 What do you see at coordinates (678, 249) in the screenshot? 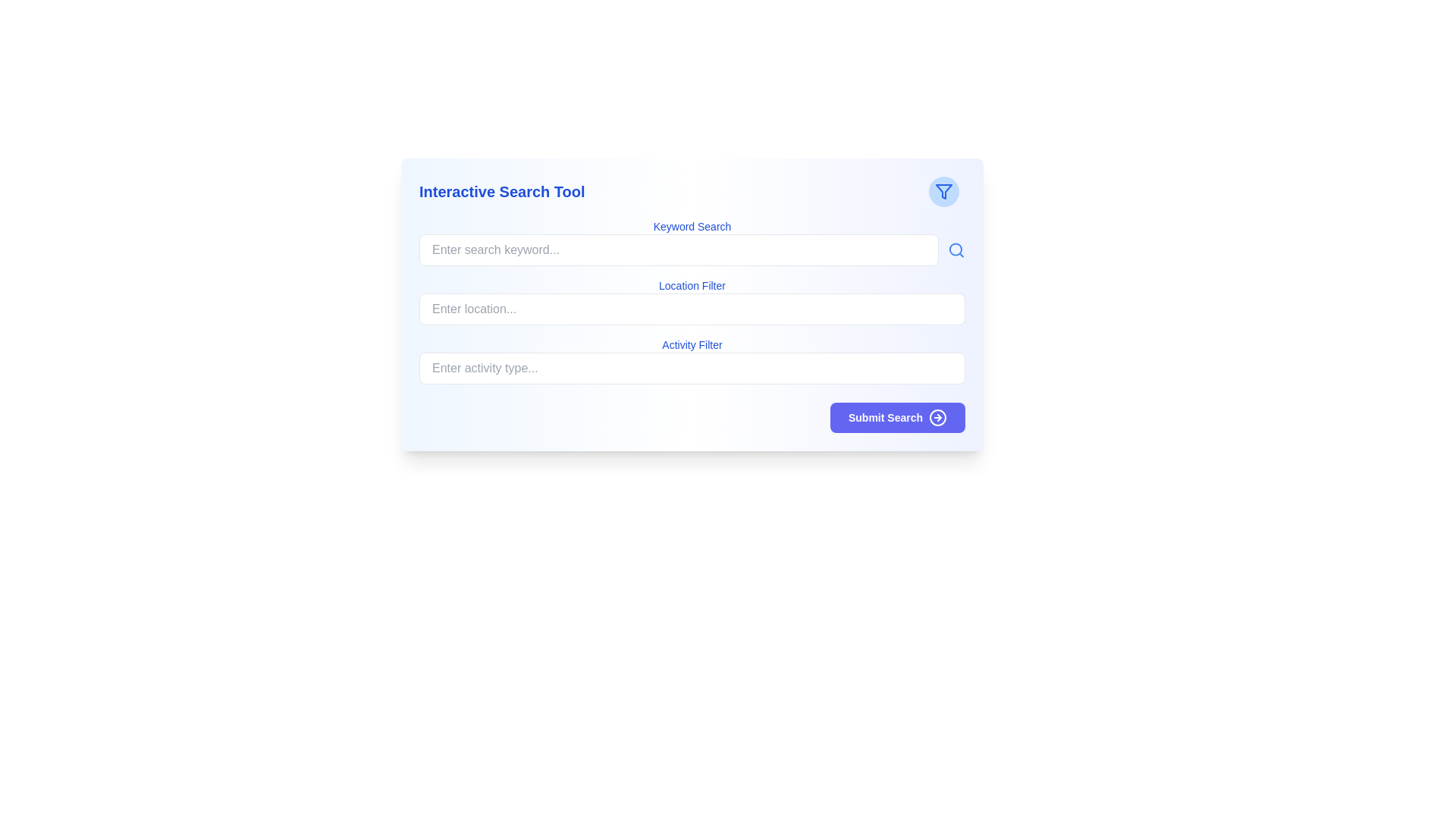
I see `the search input field labeled 'Keyword Search' in the 'Interactive Search Tool' interface to potentially highlight or show focus effects` at bounding box center [678, 249].